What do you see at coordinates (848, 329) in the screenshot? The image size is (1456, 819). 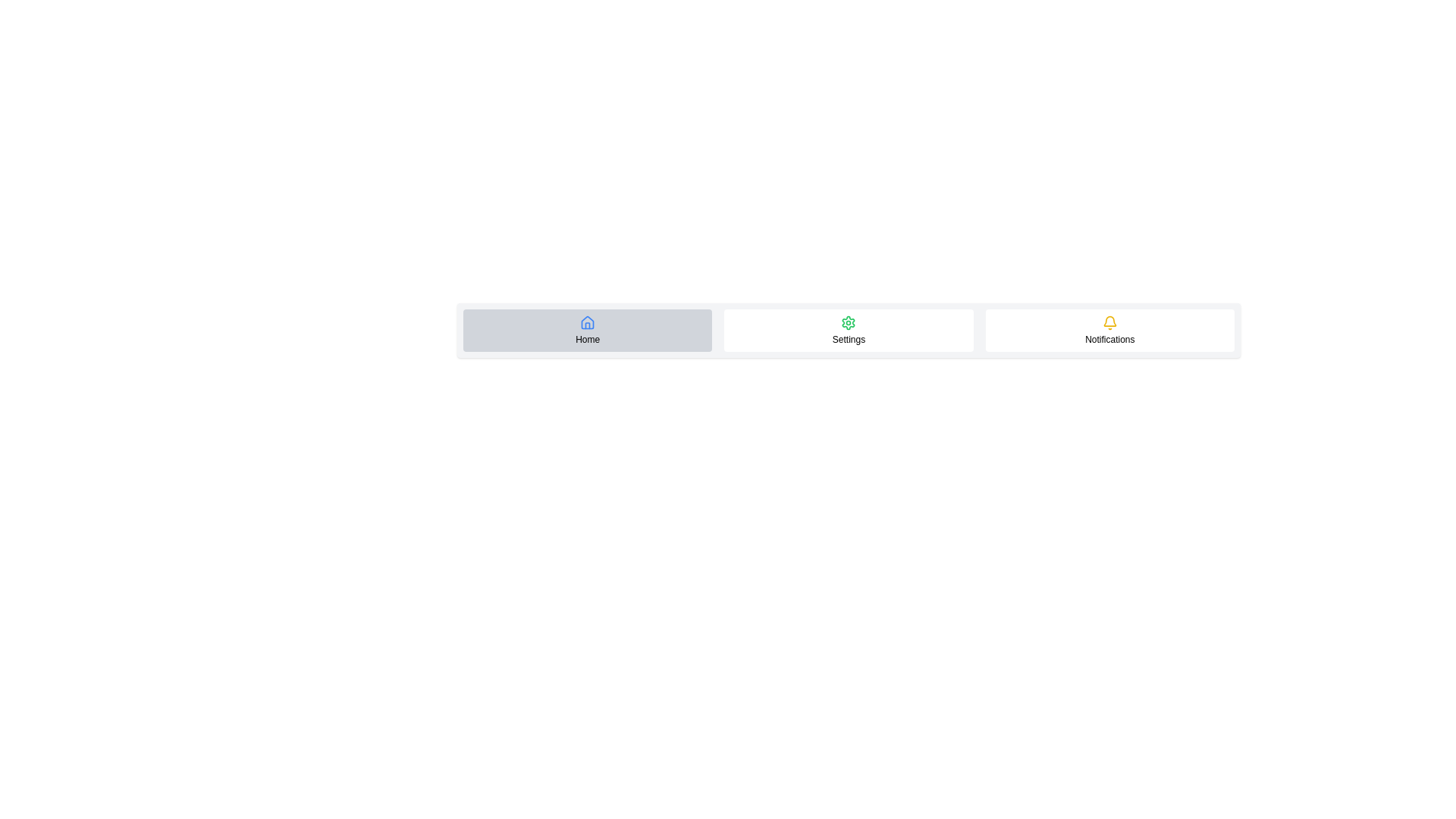 I see `the 'Settings' button with a green gear icon in the navigation bar` at bounding box center [848, 329].